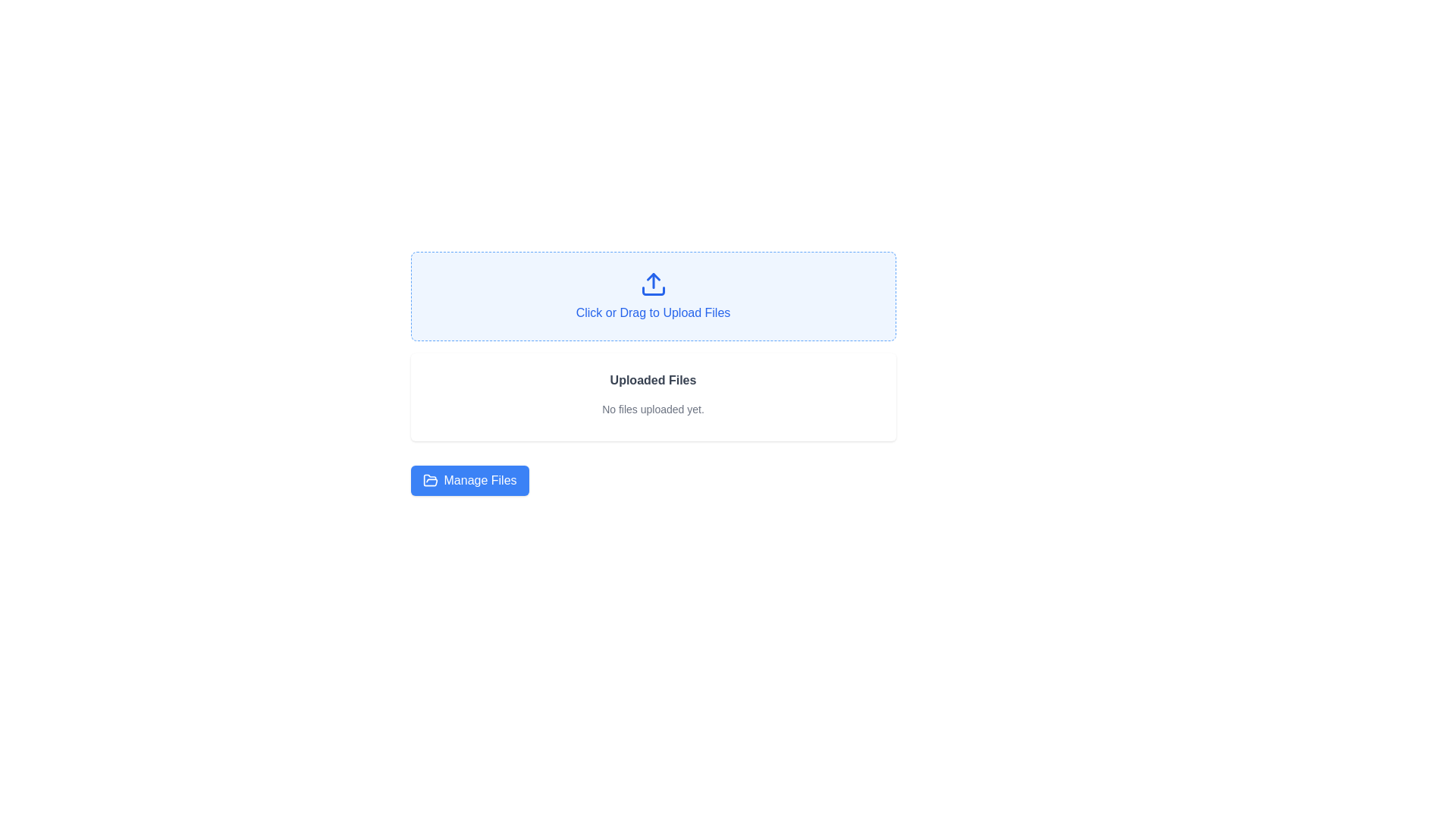 This screenshot has height=819, width=1456. I want to click on the blue folder icon located above the 'Manage Files' button in the bottom section of the interface, so click(429, 480).